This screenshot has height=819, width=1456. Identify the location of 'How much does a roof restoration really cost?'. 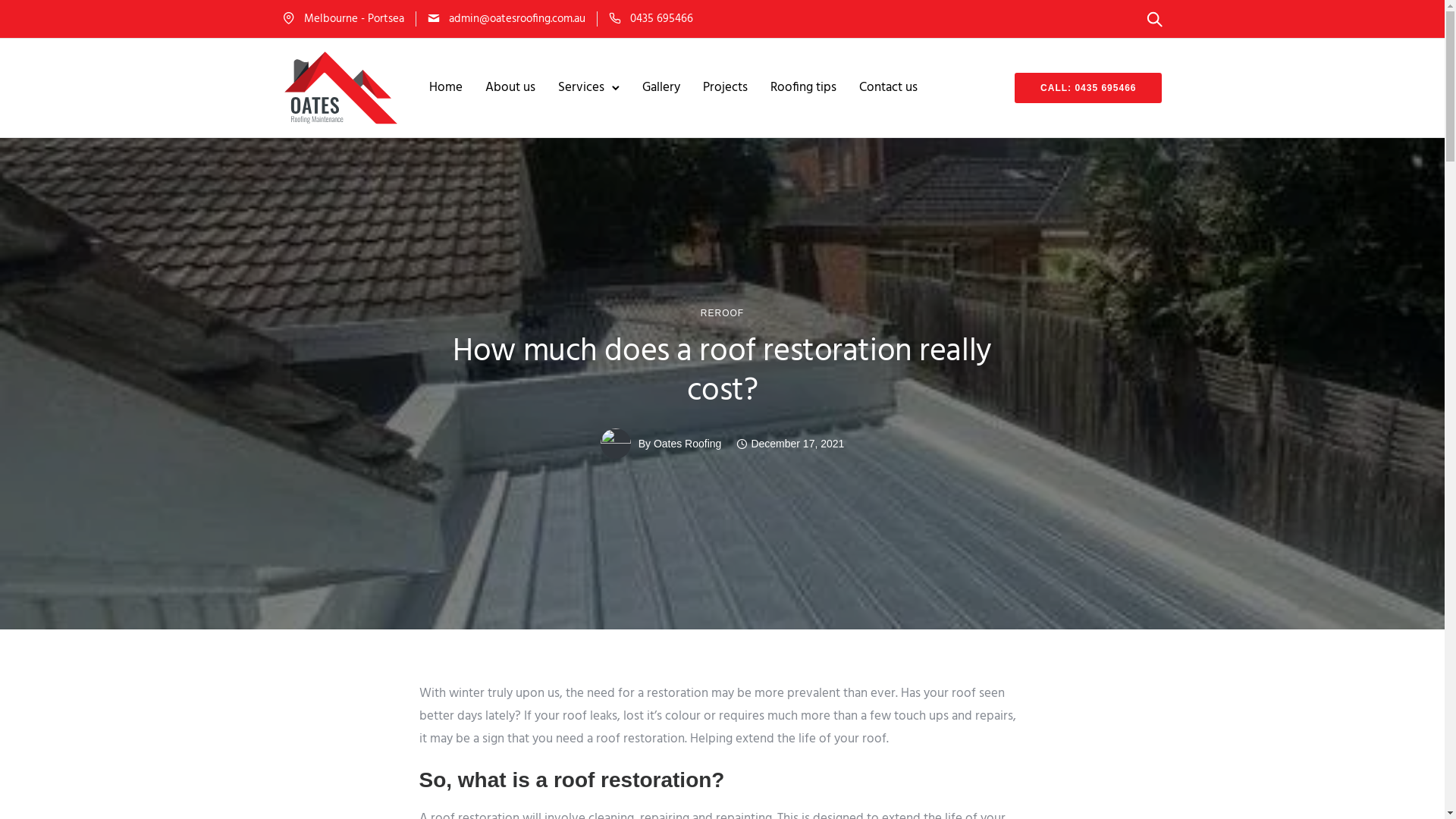
(720, 372).